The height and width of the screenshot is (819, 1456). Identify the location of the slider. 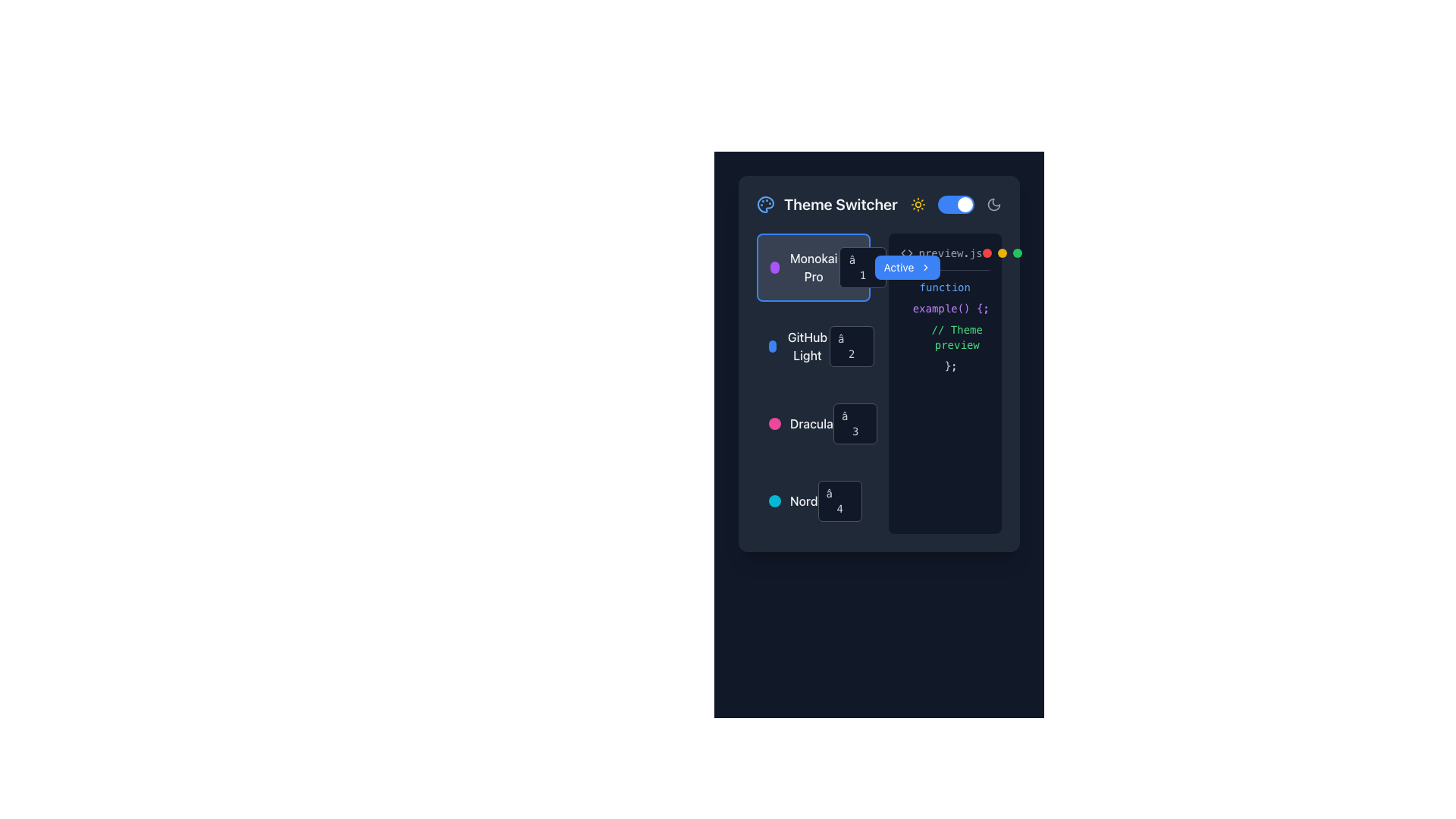
(941, 205).